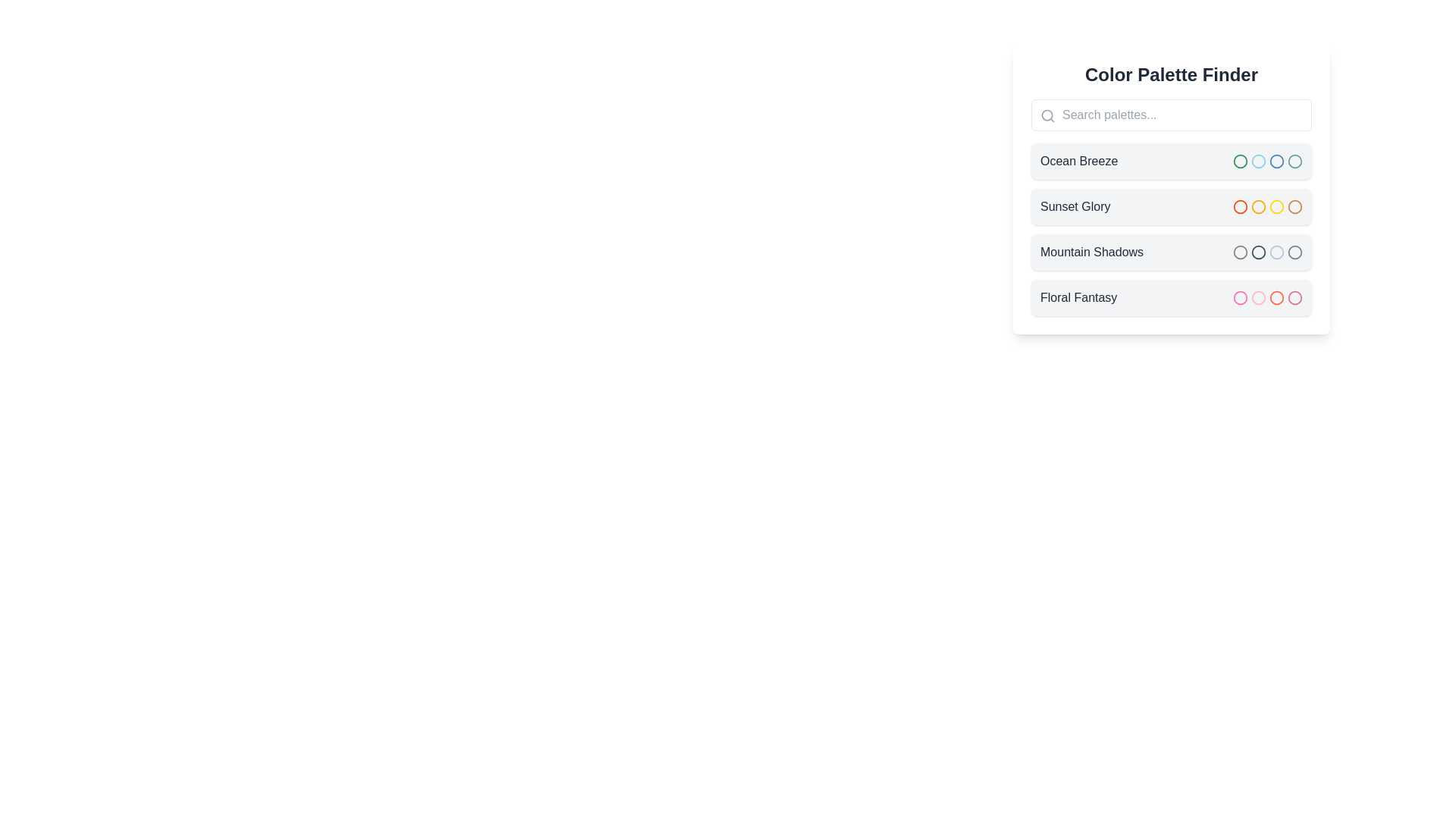 The width and height of the screenshot is (1456, 819). I want to click on the static text label 'Sunset Glory', so click(1075, 207).